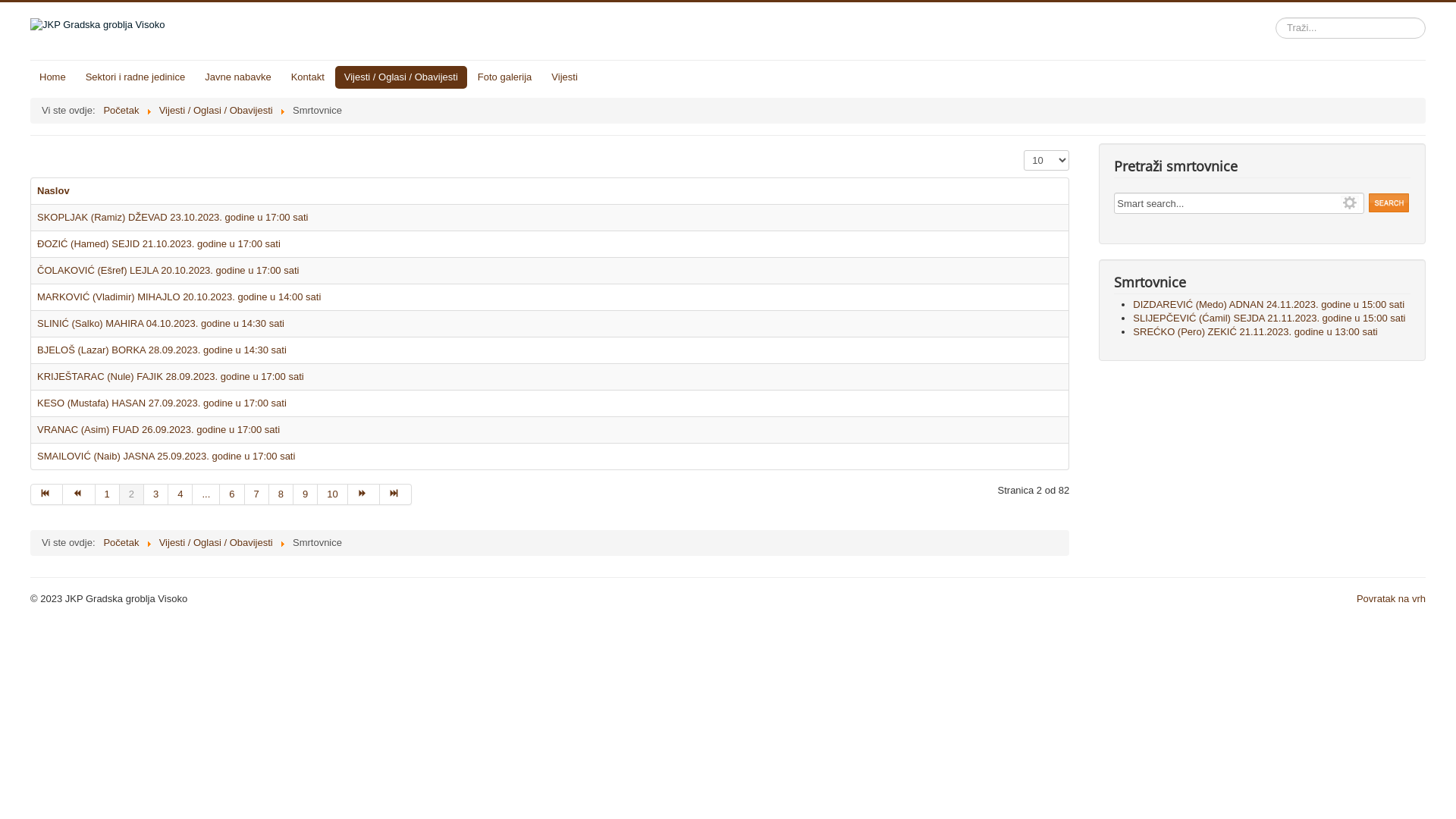  What do you see at coordinates (168, 494) in the screenshot?
I see `'4'` at bounding box center [168, 494].